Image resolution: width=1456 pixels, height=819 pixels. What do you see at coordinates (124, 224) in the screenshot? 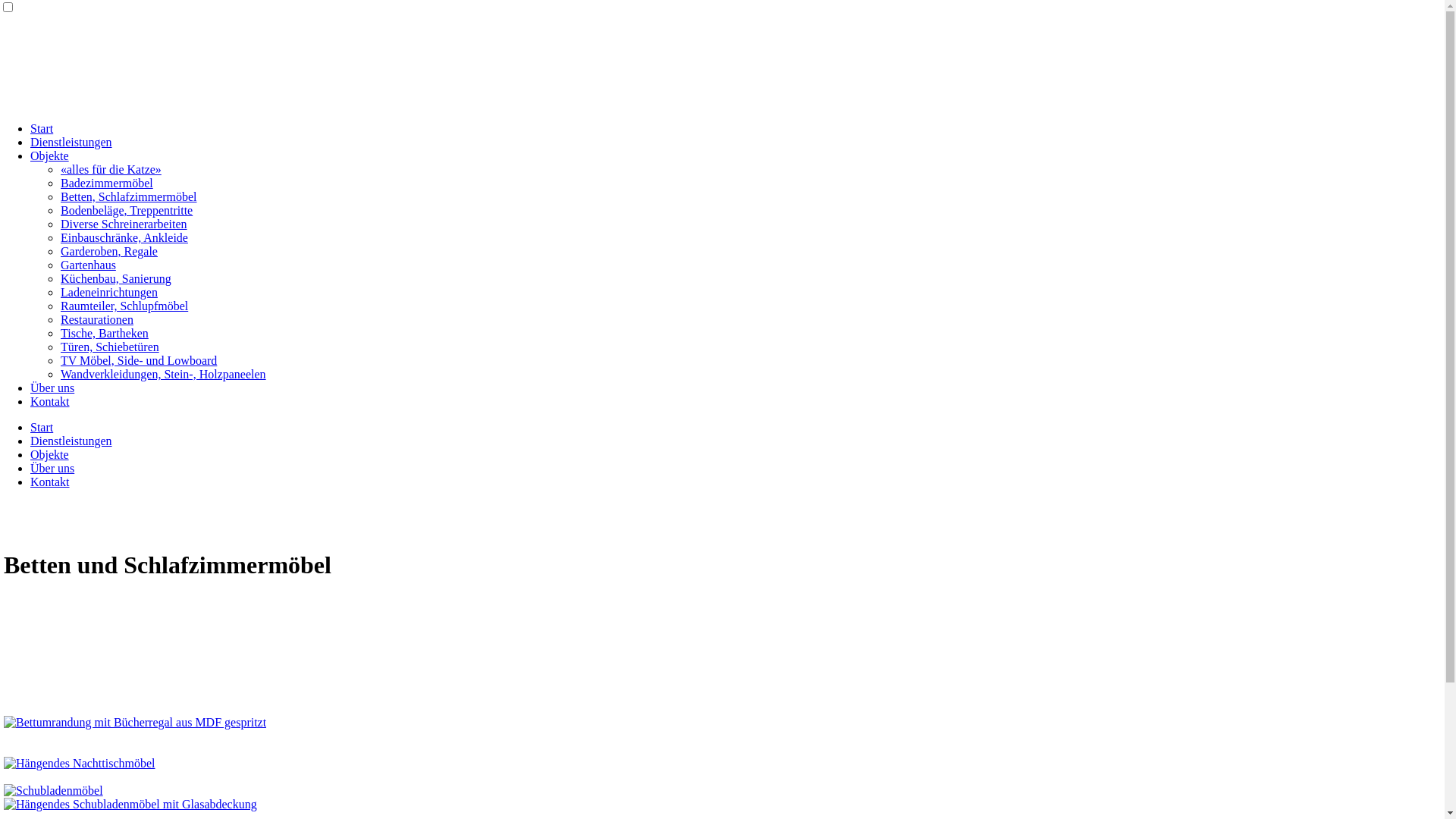
I see `'Diverse Schreinerarbeiten'` at bounding box center [124, 224].